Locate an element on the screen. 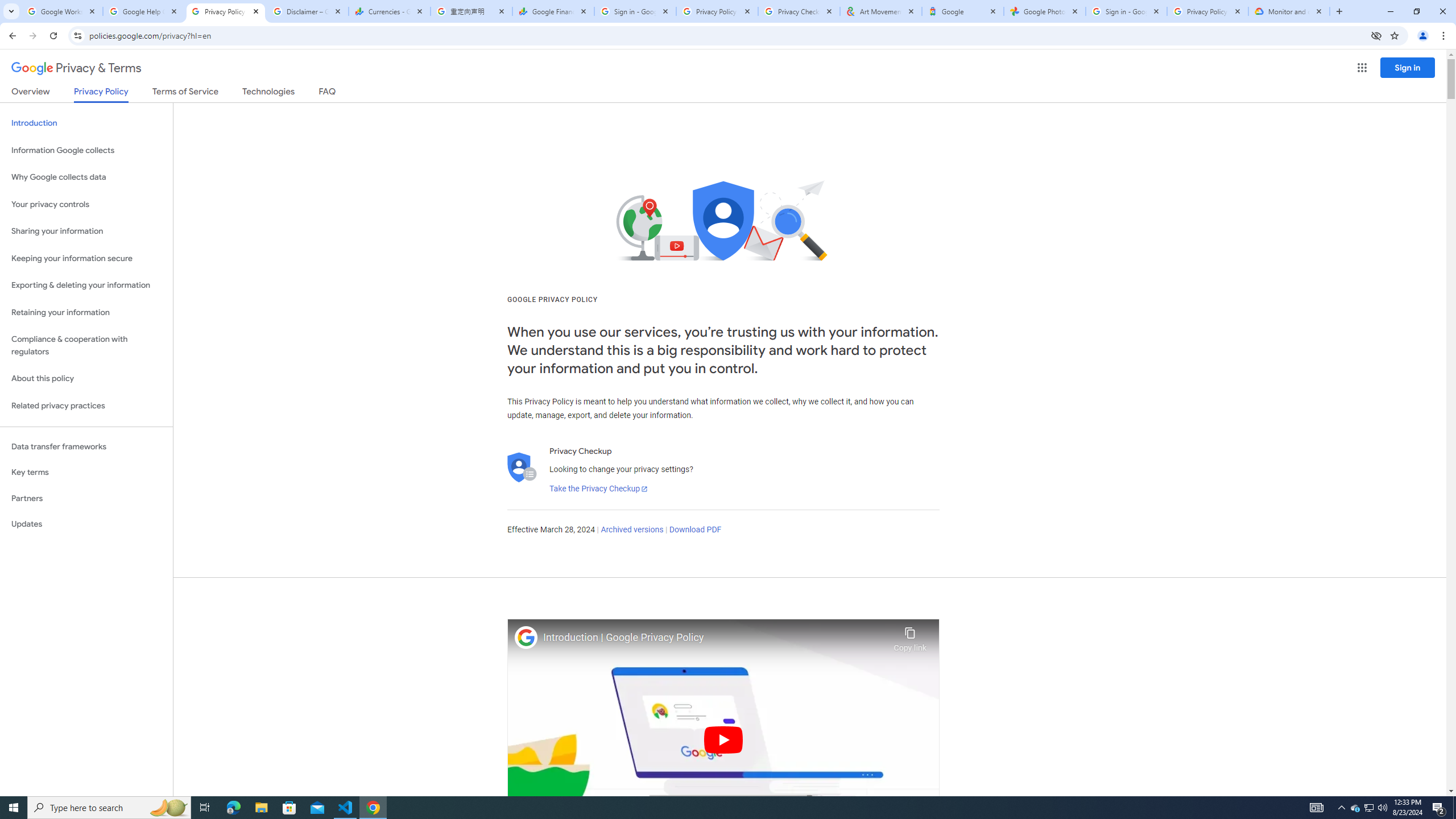  'Sign in - Google Accounts' is located at coordinates (1126, 11).